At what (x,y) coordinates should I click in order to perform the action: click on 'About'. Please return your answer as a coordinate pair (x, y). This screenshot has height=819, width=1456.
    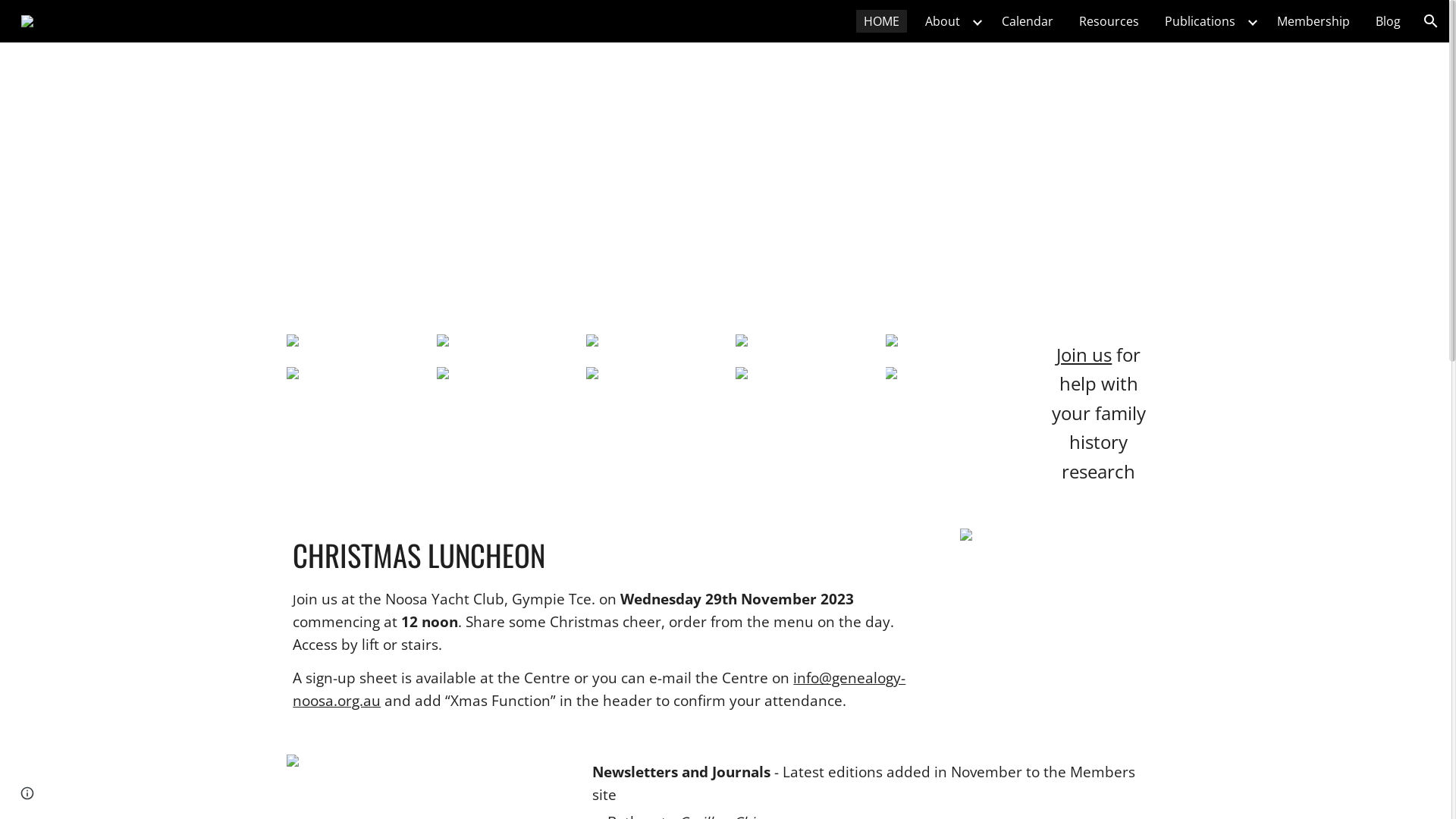
    Looking at the image, I should click on (942, 20).